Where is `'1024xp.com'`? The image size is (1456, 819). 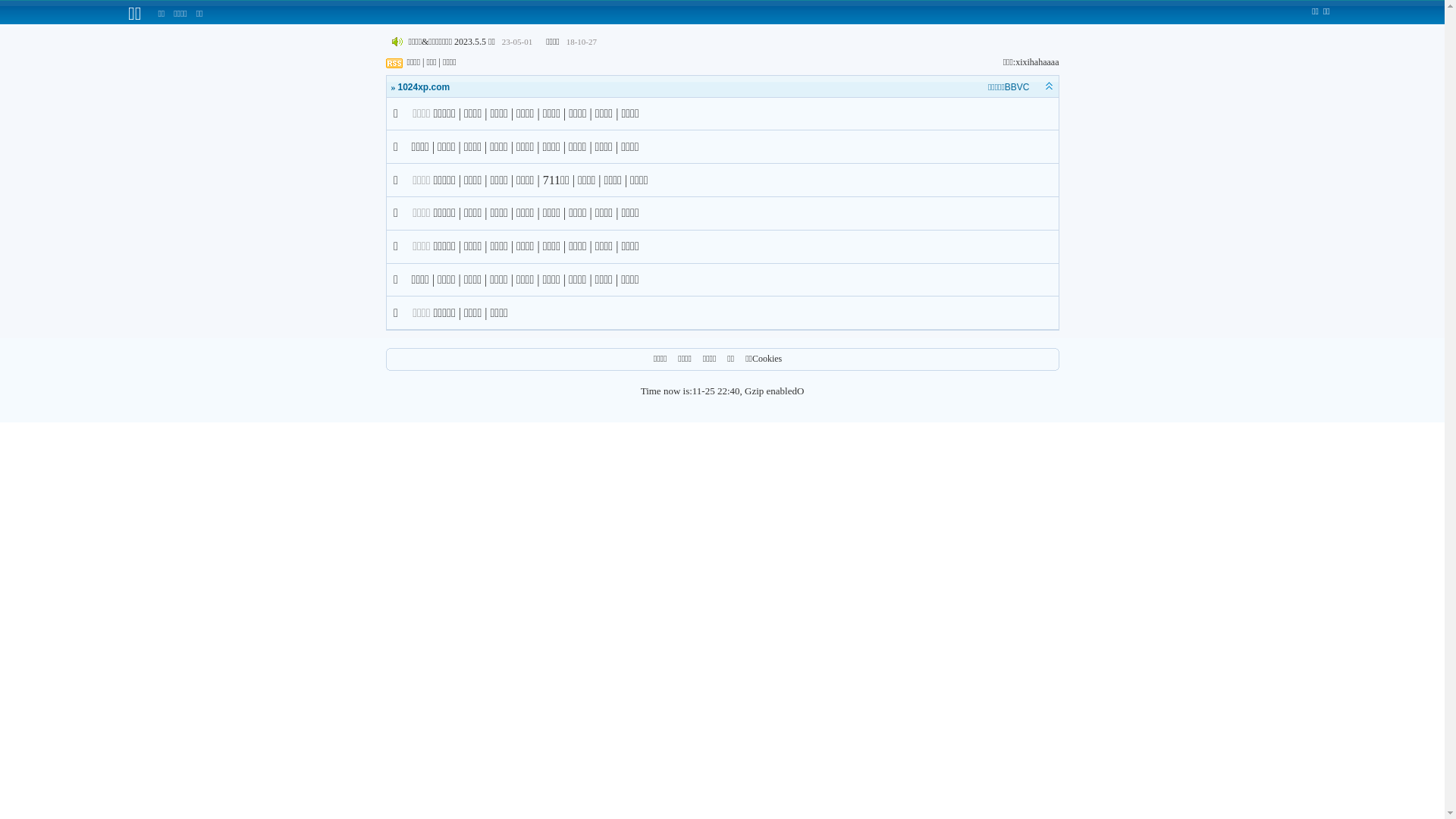
'1024xp.com' is located at coordinates (397, 87).